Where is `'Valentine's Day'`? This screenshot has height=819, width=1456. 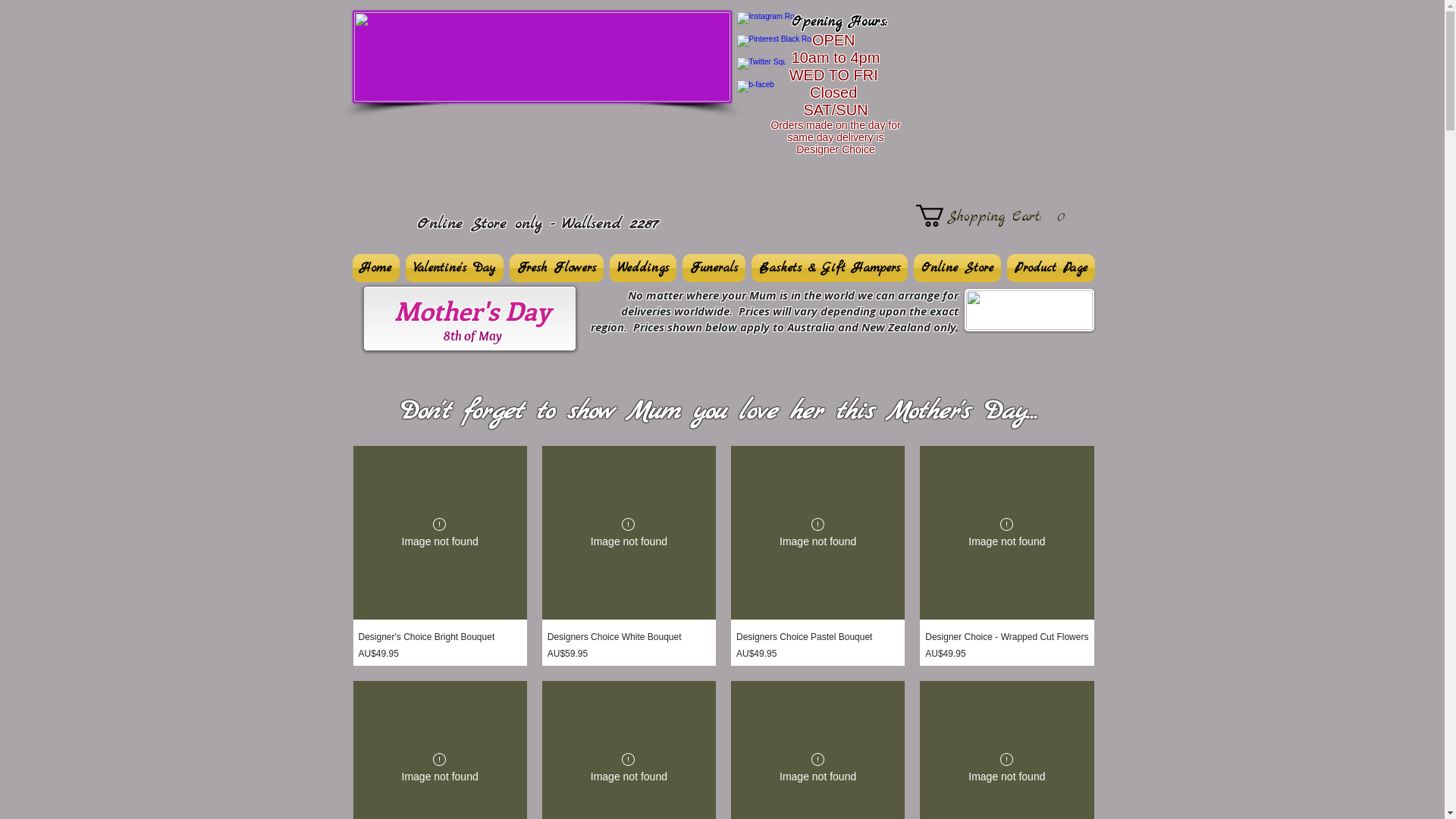 'Valentine's Day' is located at coordinates (401, 267).